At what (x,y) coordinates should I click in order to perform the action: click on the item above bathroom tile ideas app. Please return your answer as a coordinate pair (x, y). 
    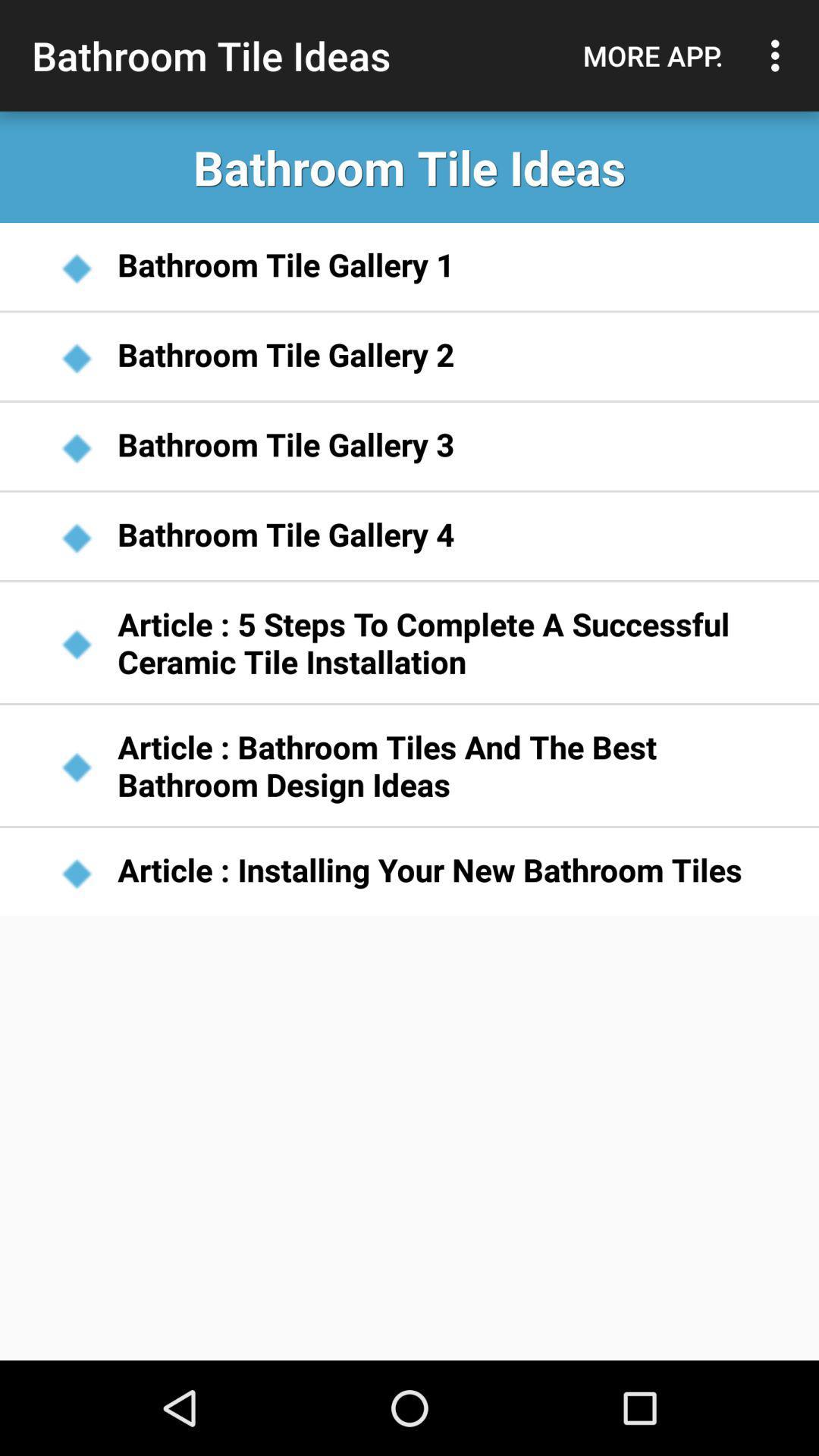
    Looking at the image, I should click on (652, 55).